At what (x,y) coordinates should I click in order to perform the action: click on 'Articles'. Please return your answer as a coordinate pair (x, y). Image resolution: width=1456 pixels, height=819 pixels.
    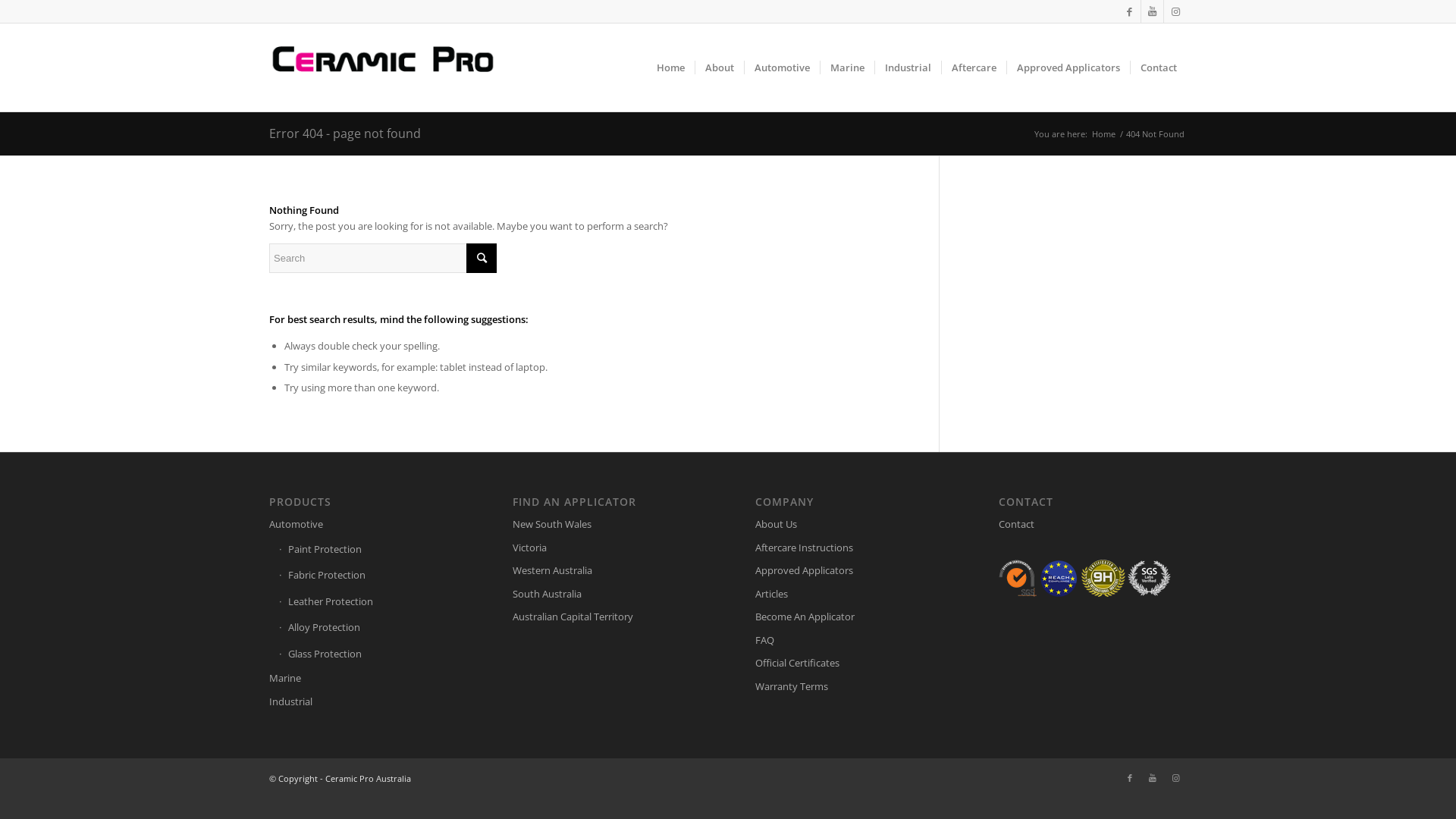
    Looking at the image, I should click on (848, 593).